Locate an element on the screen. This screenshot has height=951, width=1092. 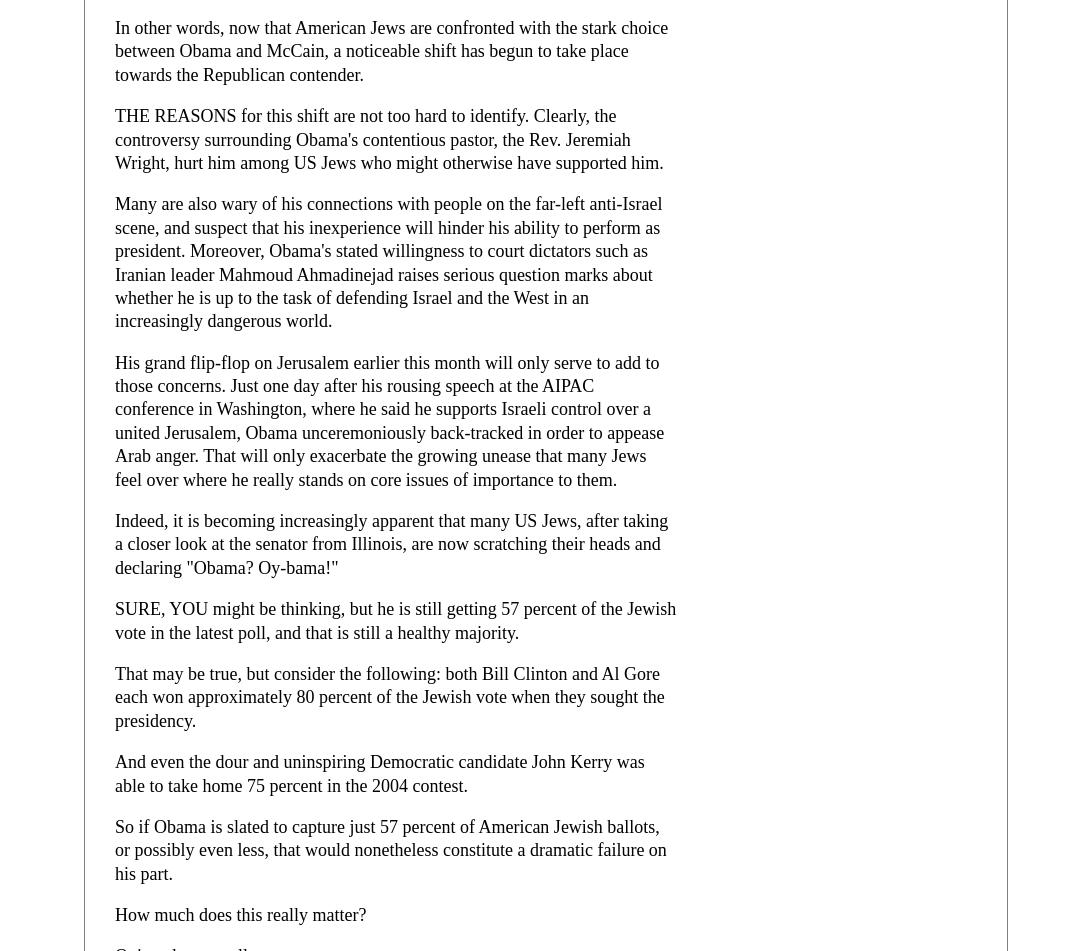
'His grand flip-flop on Jerusalem earlier this month will only serve to add to those concerns. Just one day after his rousing speech at the AIPAC conference in Washington, where he said he supports Israeli control over a united Jerusalem, Obama unceremoniously back-tracked in order to appease Arab anger. That will only exacerbate the growing unease that many Jews feel over where he really stands on core issues of importance to them.' is located at coordinates (389, 420).